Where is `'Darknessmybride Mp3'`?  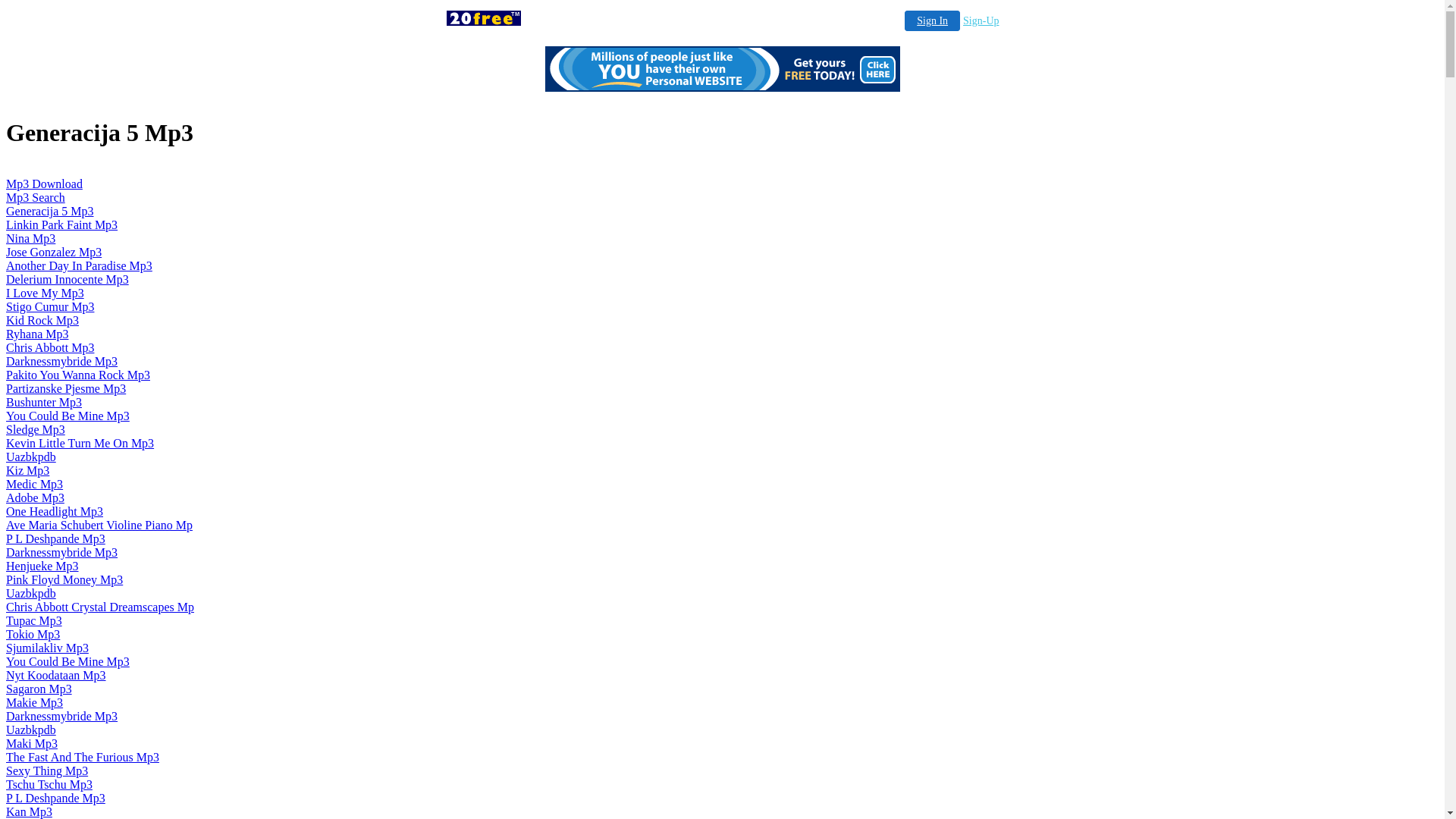 'Darknessmybride Mp3' is located at coordinates (61, 716).